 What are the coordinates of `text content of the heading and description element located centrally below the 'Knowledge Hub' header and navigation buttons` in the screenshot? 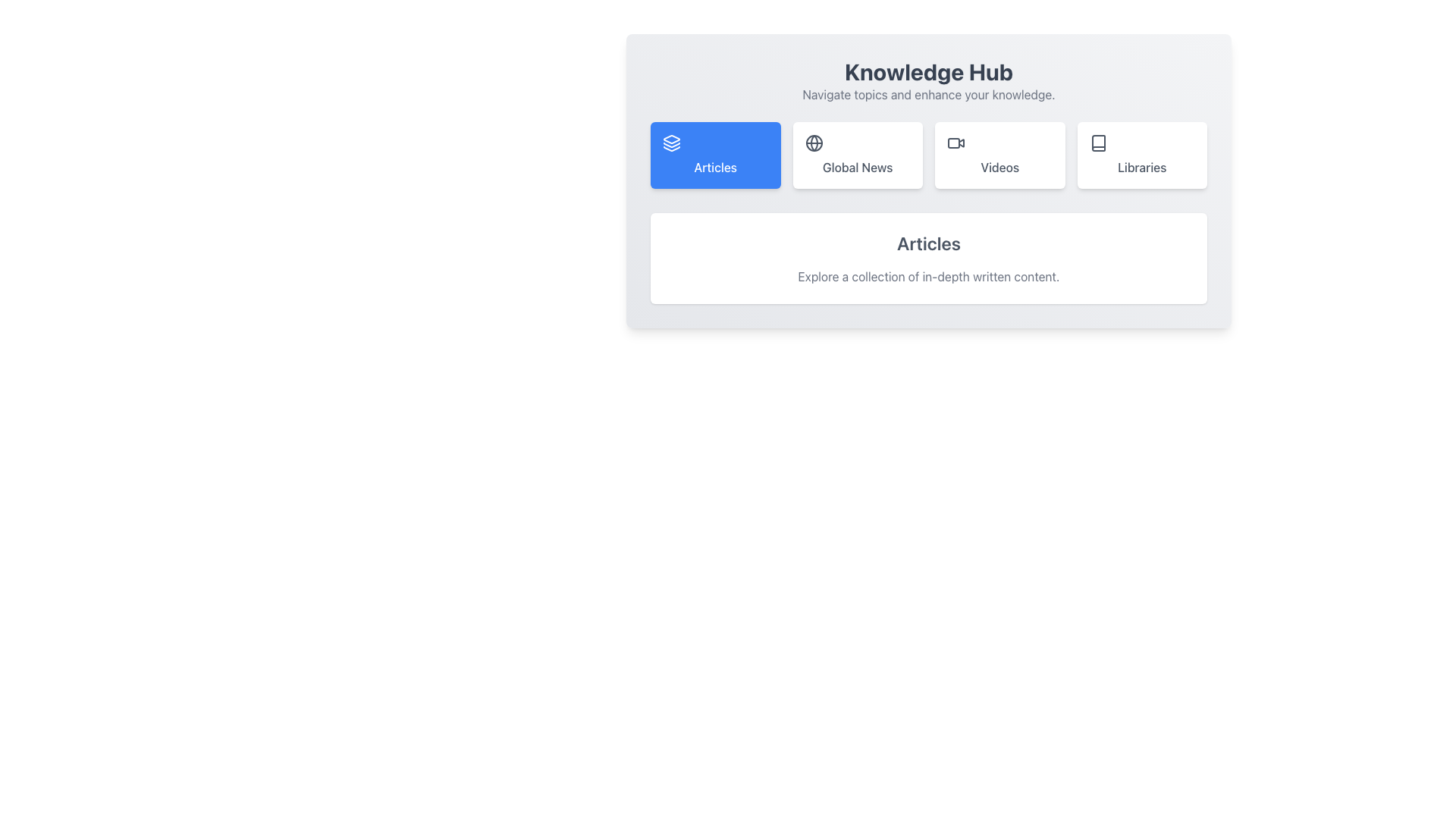 It's located at (927, 257).